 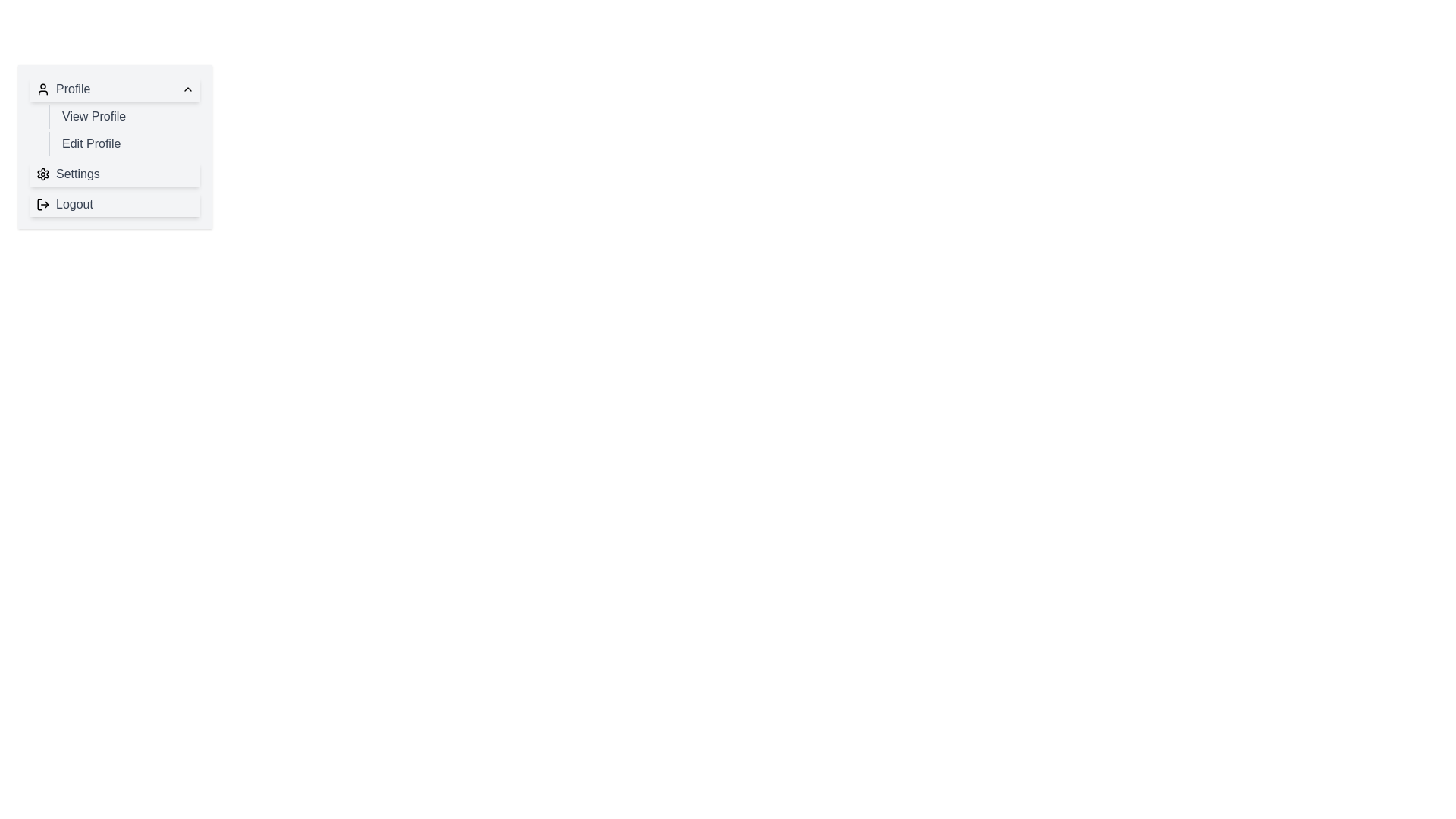 I want to click on the SVG-based log-out icon located at the top-left corner of the interface, so click(x=43, y=205).